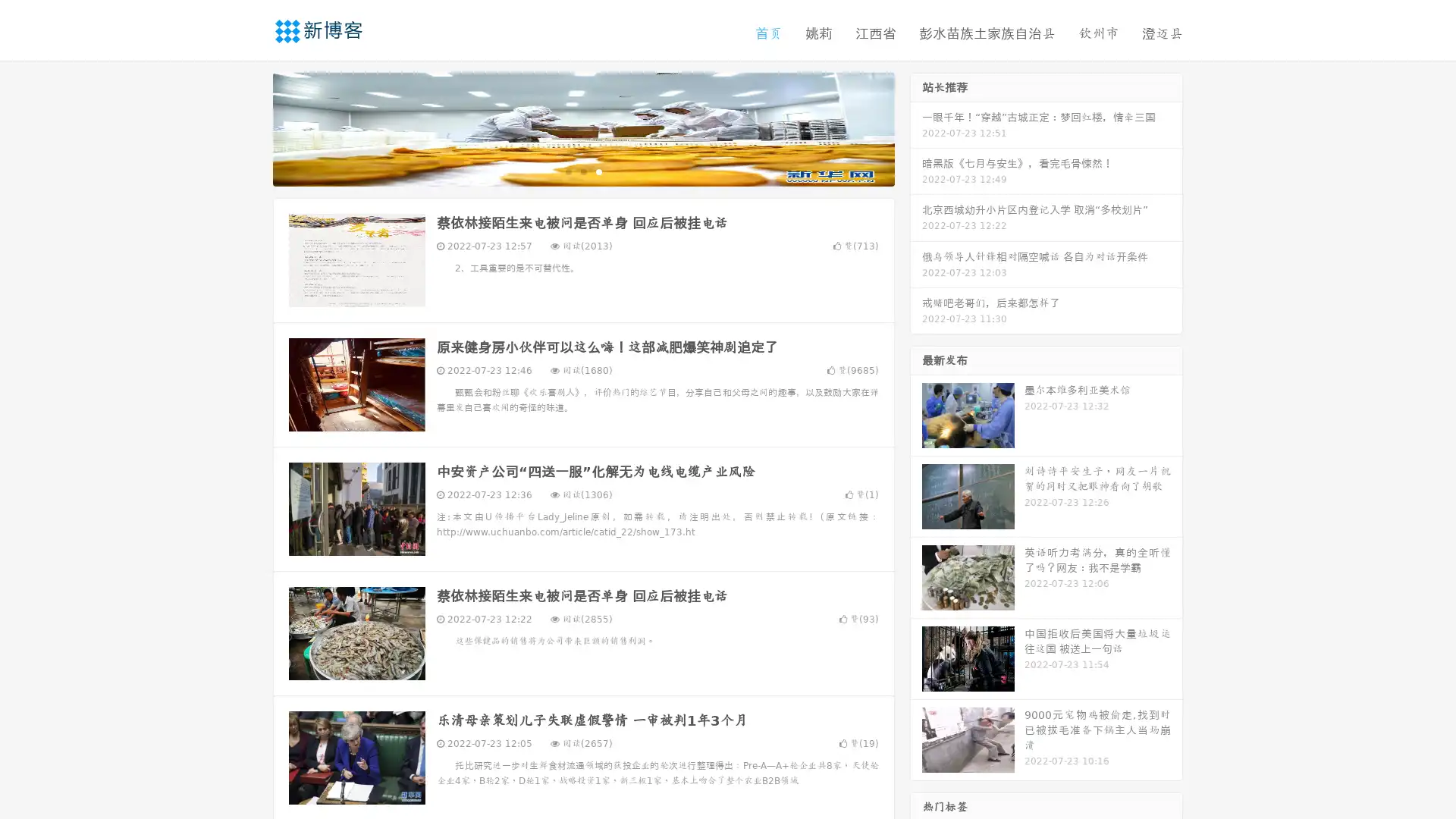  Describe the element at coordinates (598, 171) in the screenshot. I see `Go to slide 3` at that location.